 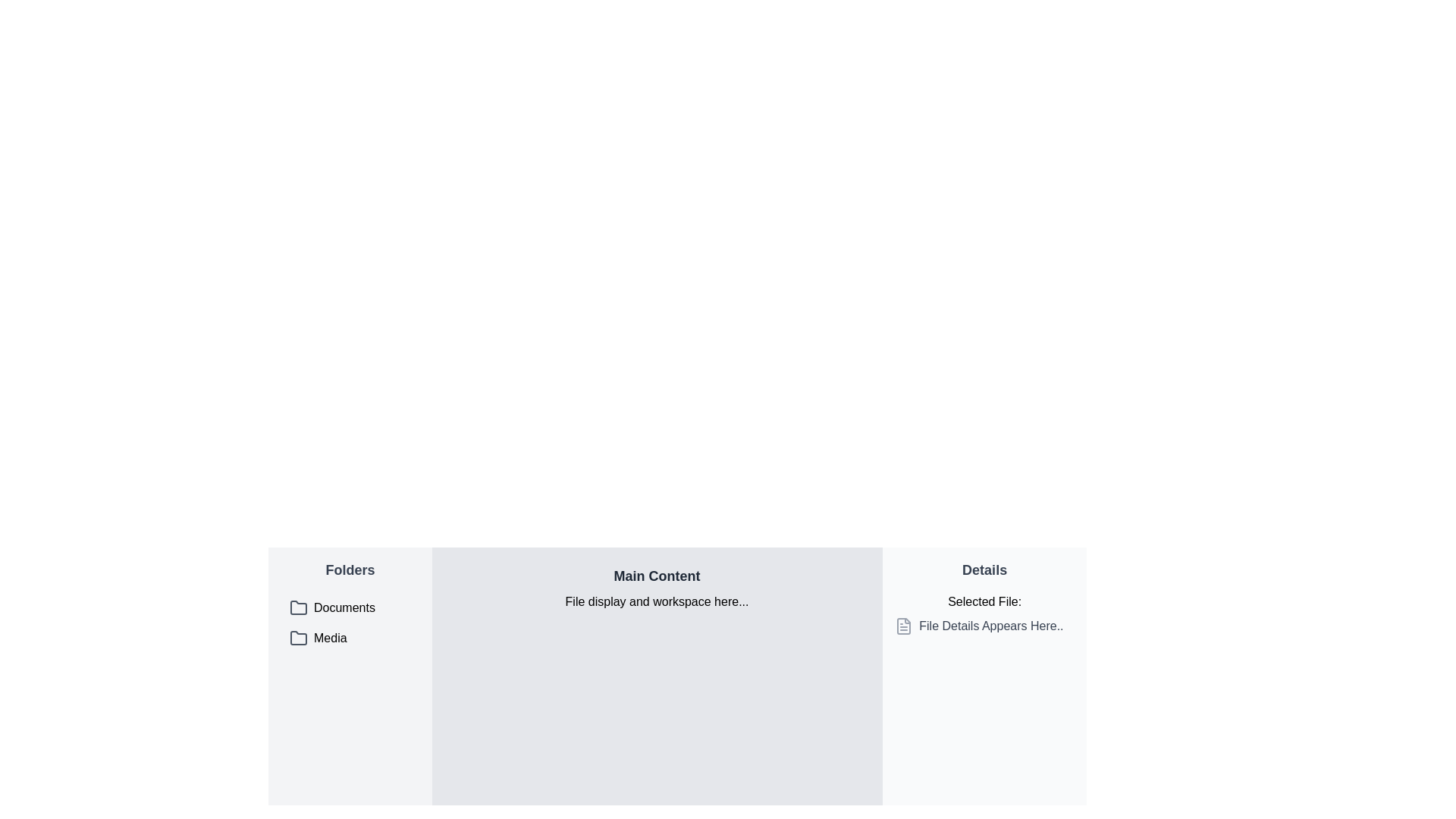 I want to click on the static text element reading 'File Details Appears Here..' located in the 'Details' section adjacent to a file icon, so click(x=991, y=626).